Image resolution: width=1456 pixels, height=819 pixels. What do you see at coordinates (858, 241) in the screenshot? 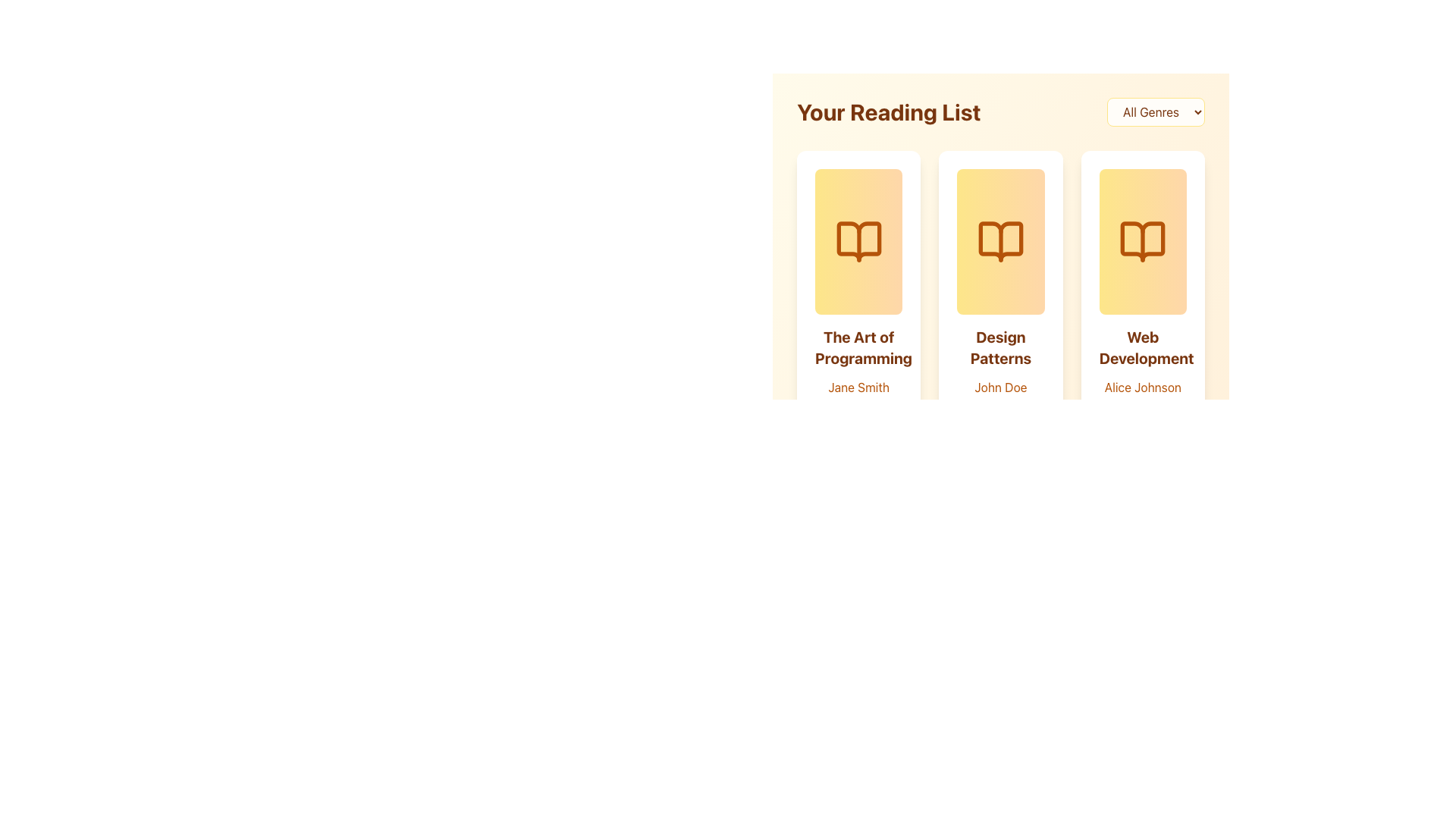
I see `the orange open book icon located centrally within the yellow-to-orange gradient background in the leftmost card of the 'Your Reading List' section` at bounding box center [858, 241].